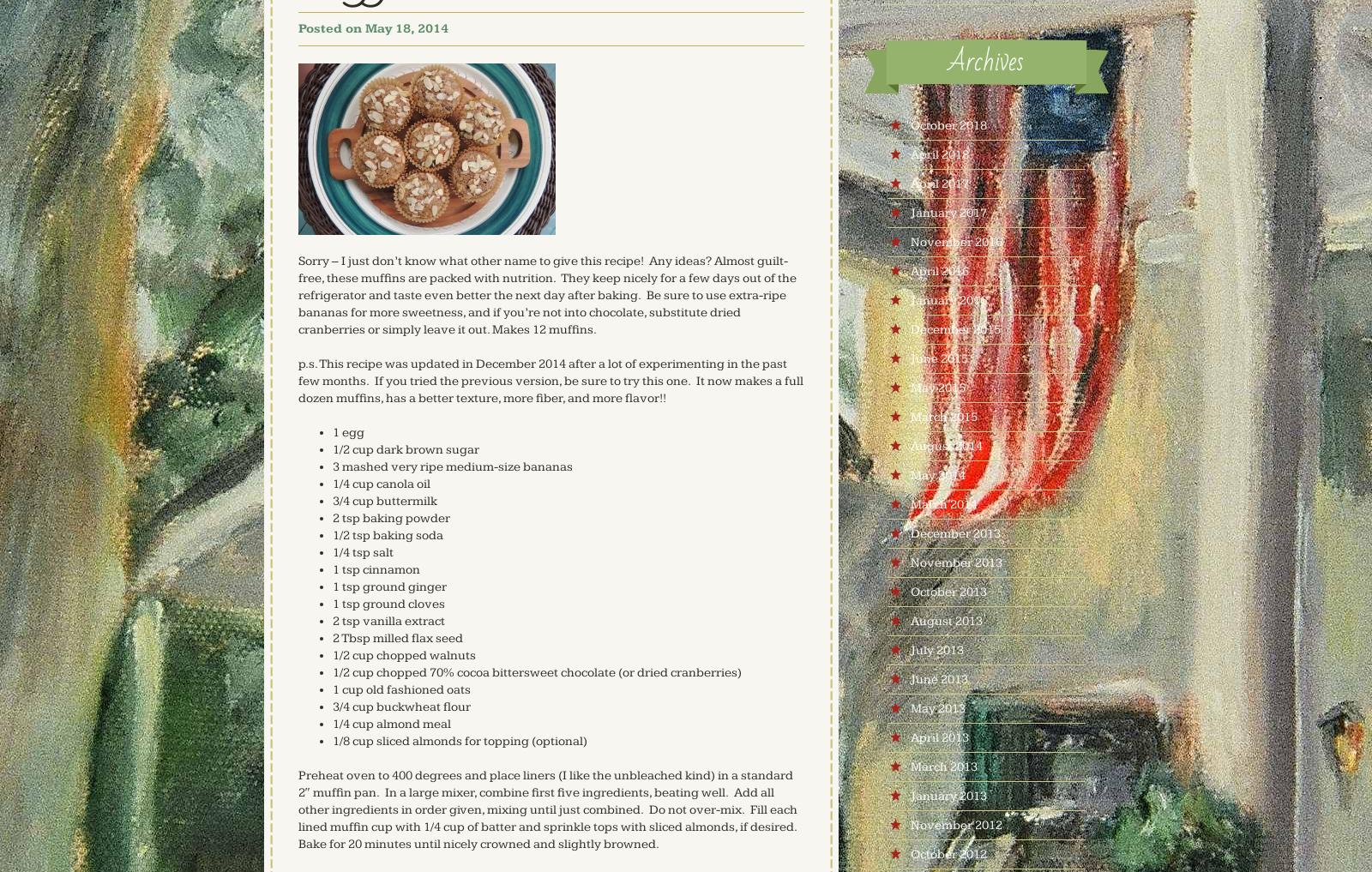  What do you see at coordinates (948, 299) in the screenshot?
I see `'January 2016'` at bounding box center [948, 299].